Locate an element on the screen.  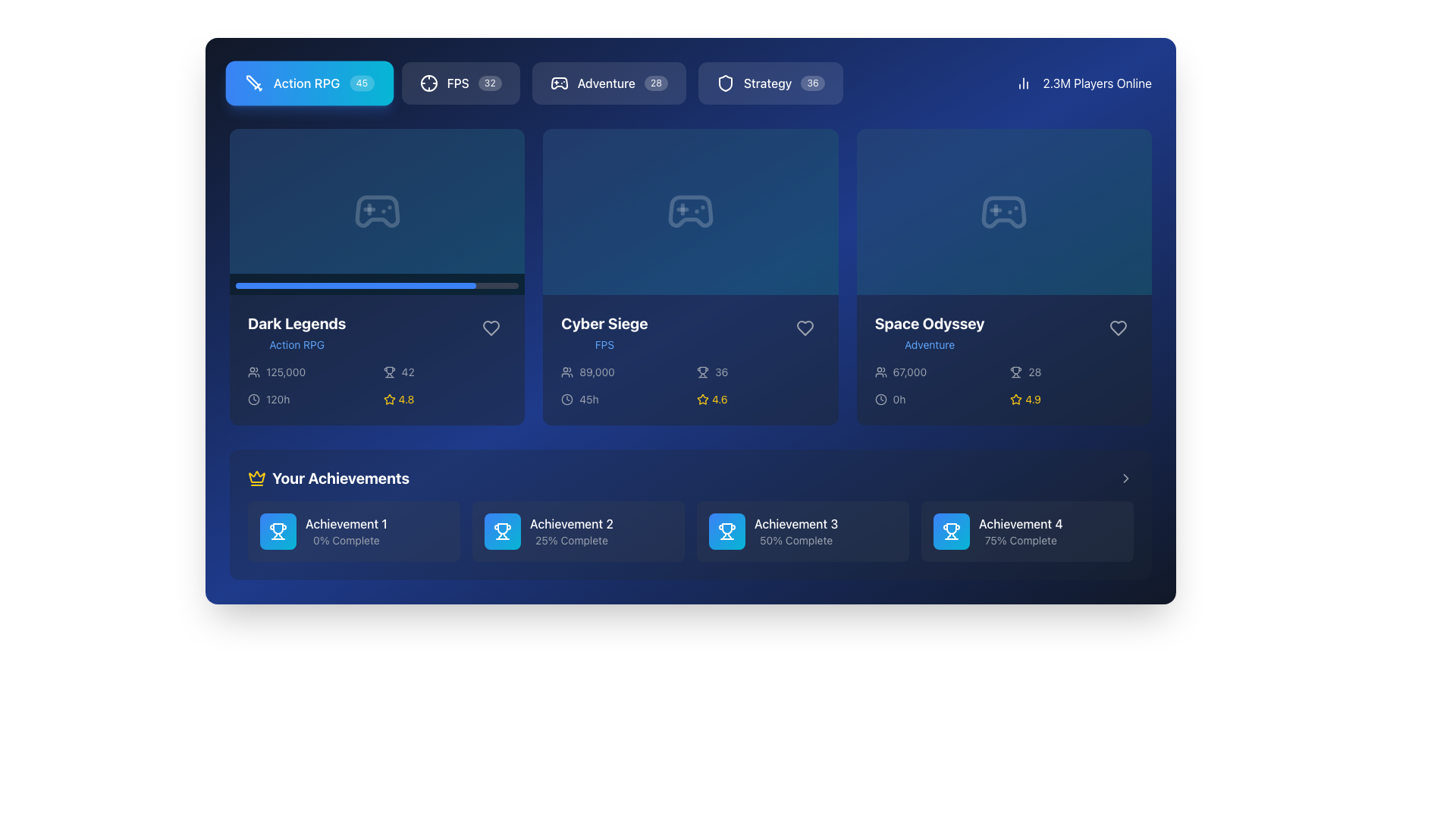
the label titled 'Cyber Siege' which represents a game in the second card from the left in a horizontal row of game cards is located at coordinates (604, 332).